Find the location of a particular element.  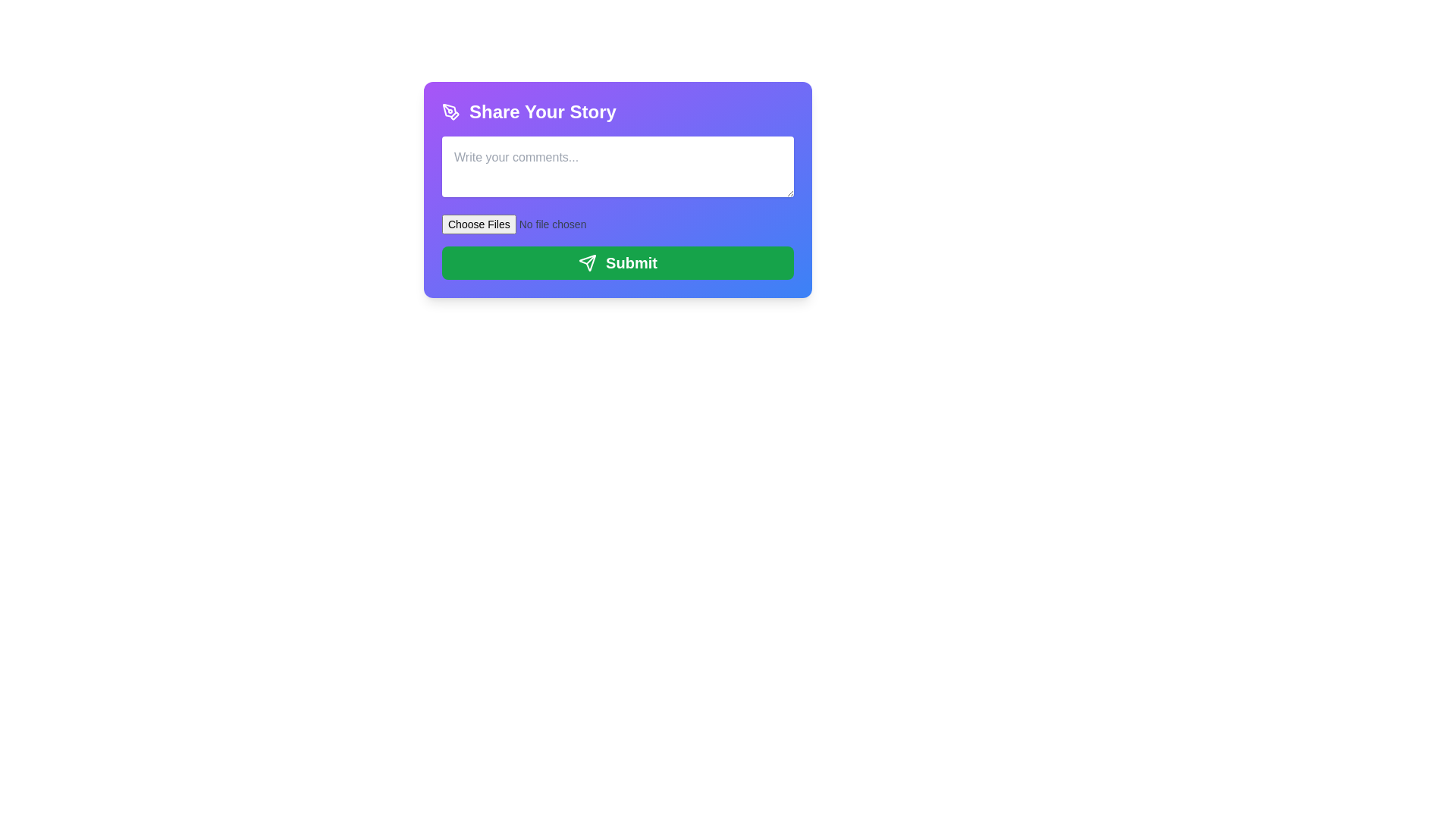

the text within the rectangular text input field located below the 'Share Your Story' header and above the 'Choose File' section is located at coordinates (618, 166).